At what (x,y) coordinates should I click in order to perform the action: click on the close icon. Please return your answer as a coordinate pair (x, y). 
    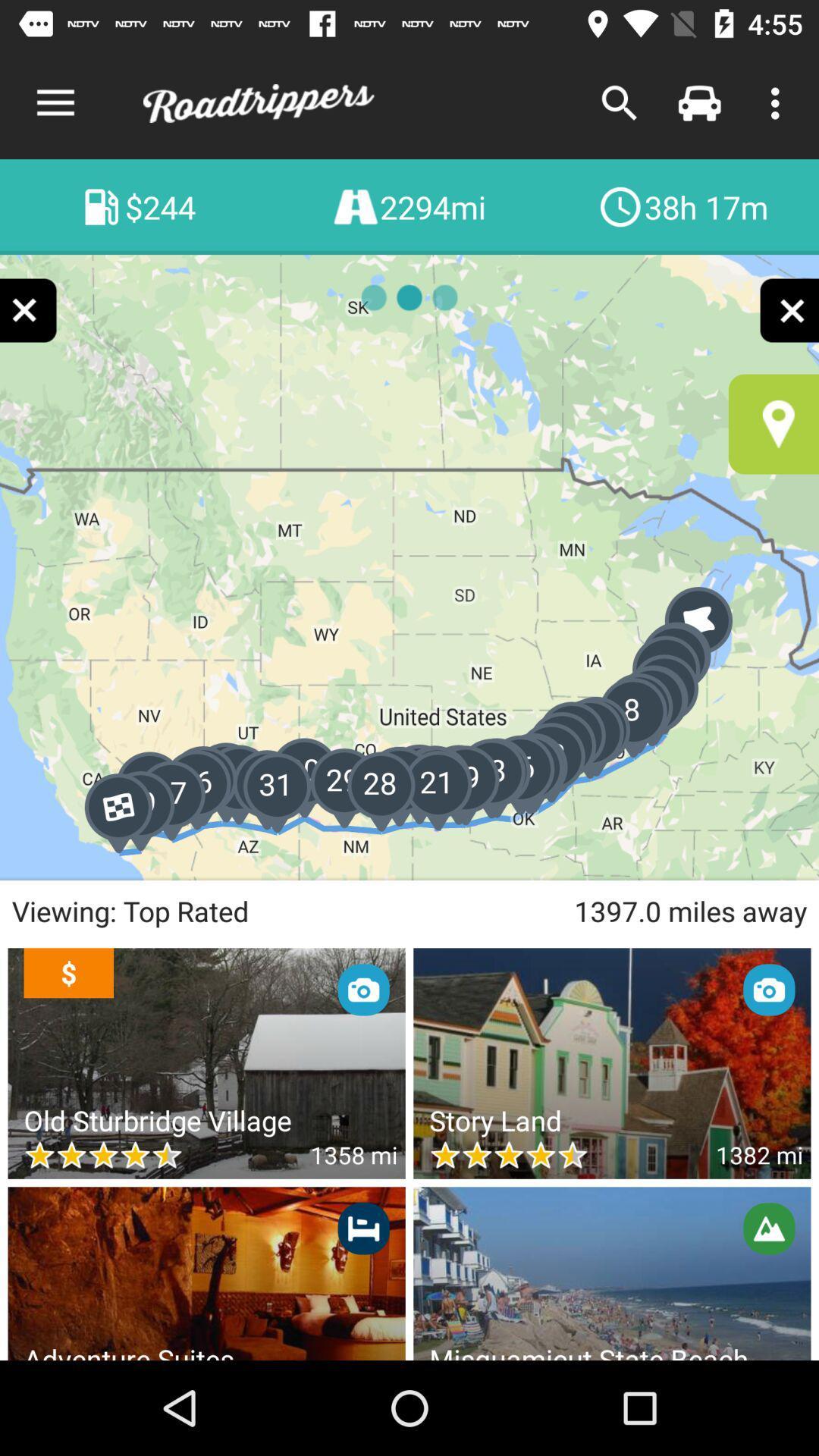
    Looking at the image, I should click on (788, 309).